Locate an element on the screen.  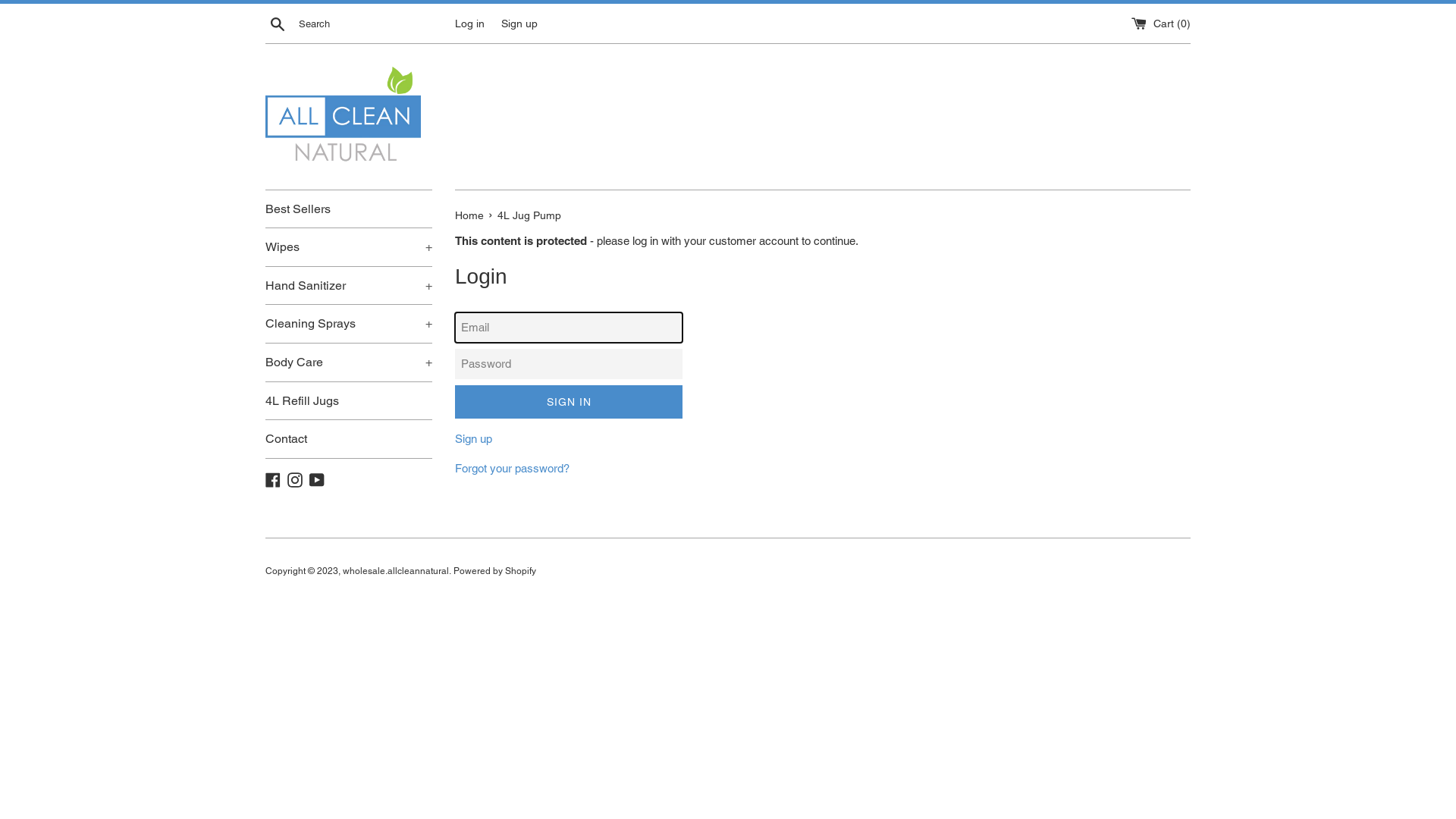
'wholesale.allcleannatural' is located at coordinates (396, 570).